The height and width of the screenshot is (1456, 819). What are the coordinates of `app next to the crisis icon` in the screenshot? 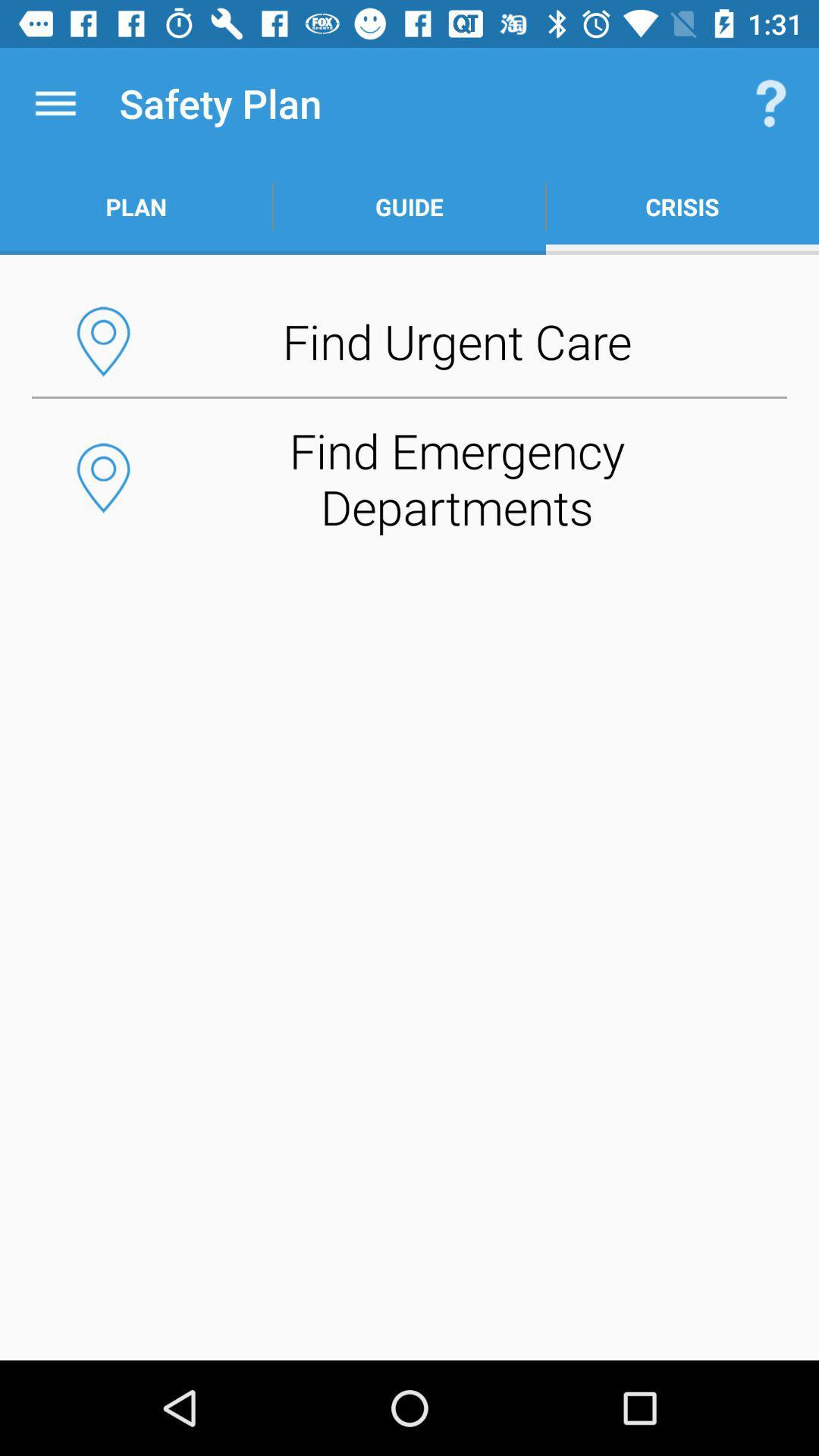 It's located at (409, 206).